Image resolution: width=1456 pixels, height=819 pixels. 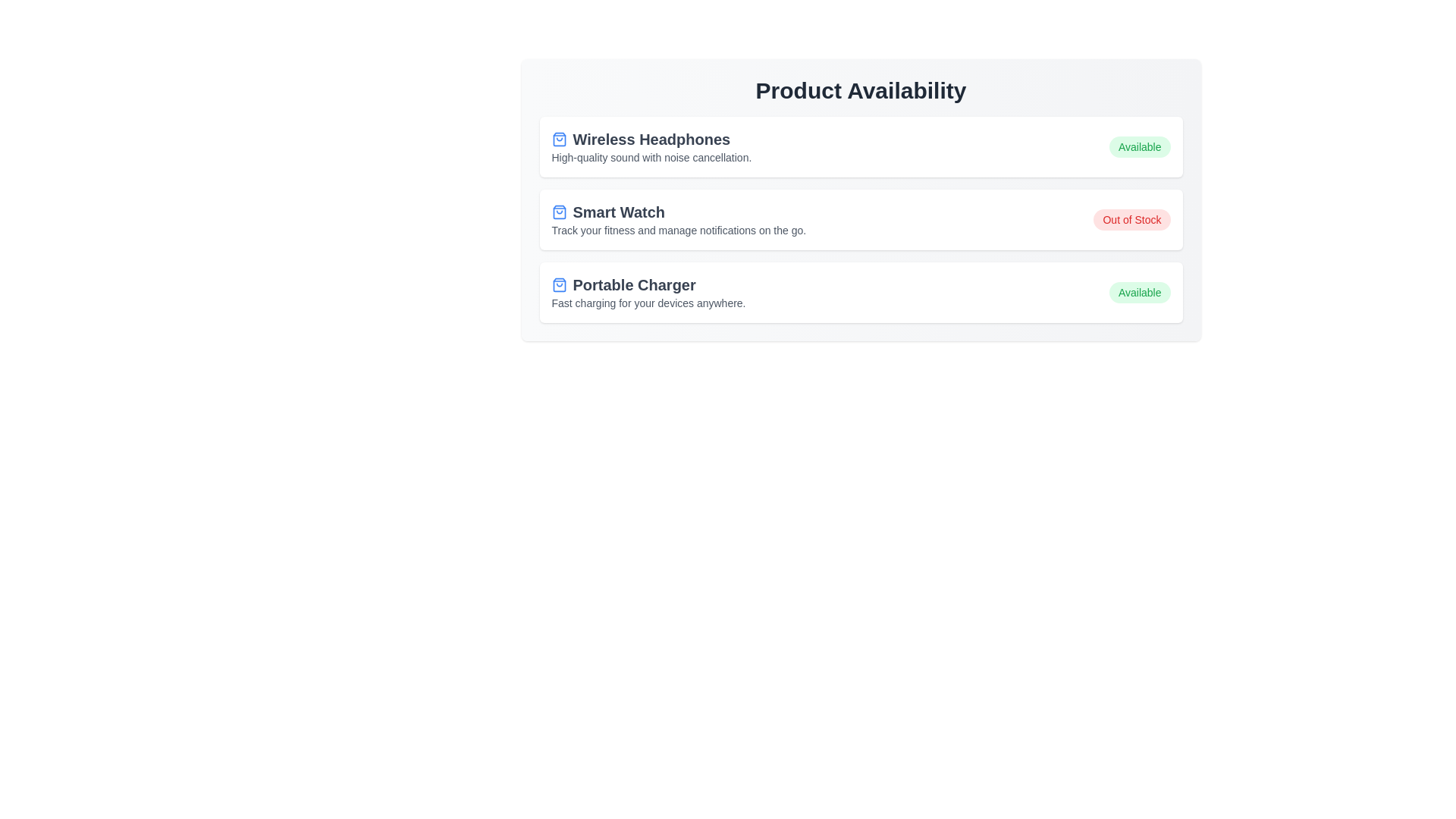 What do you see at coordinates (648, 284) in the screenshot?
I see `the product name to interact with its details. The parameter Portable Charger specifies the product to interact with` at bounding box center [648, 284].